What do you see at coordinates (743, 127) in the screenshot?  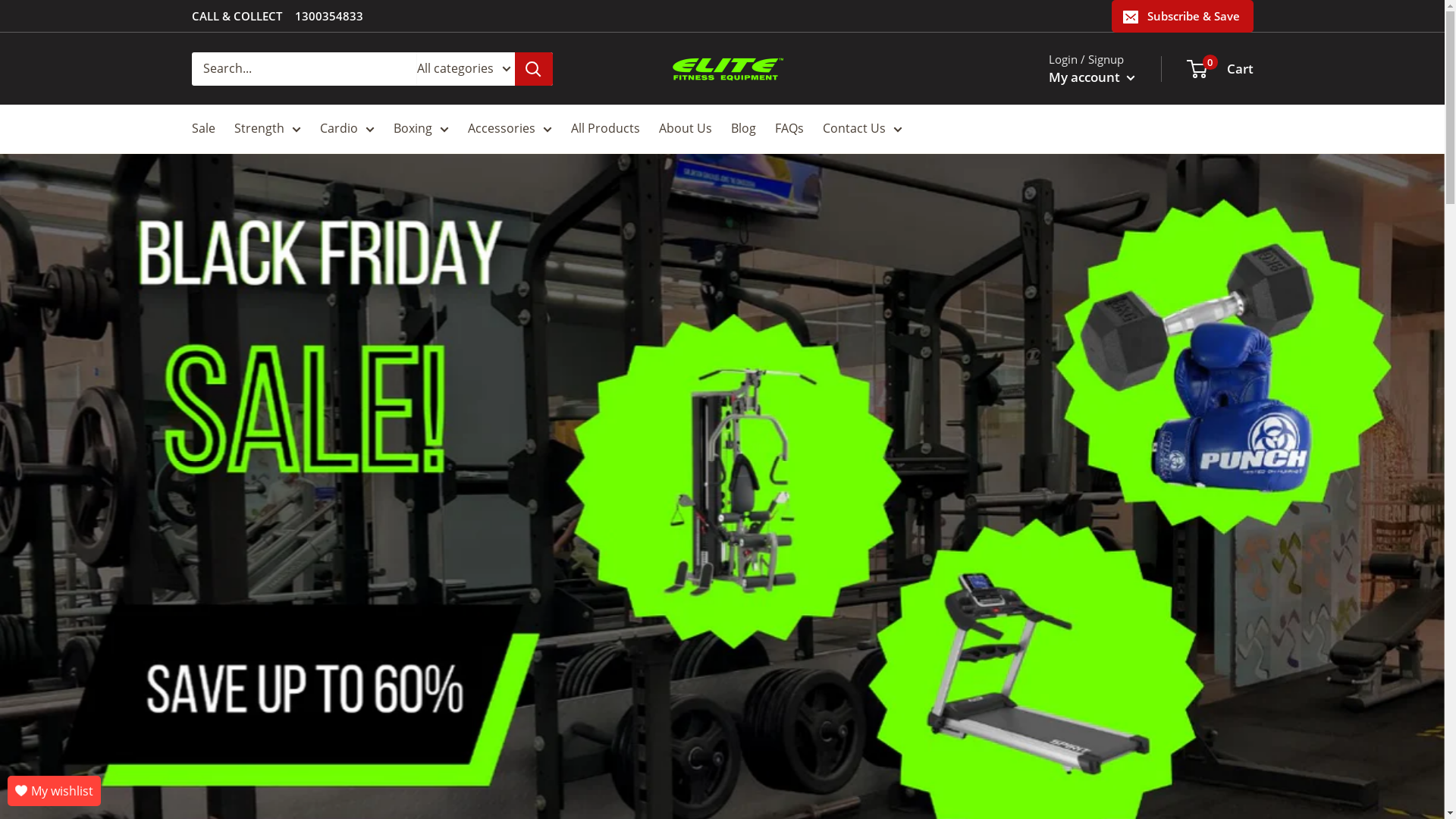 I see `'Blog'` at bounding box center [743, 127].